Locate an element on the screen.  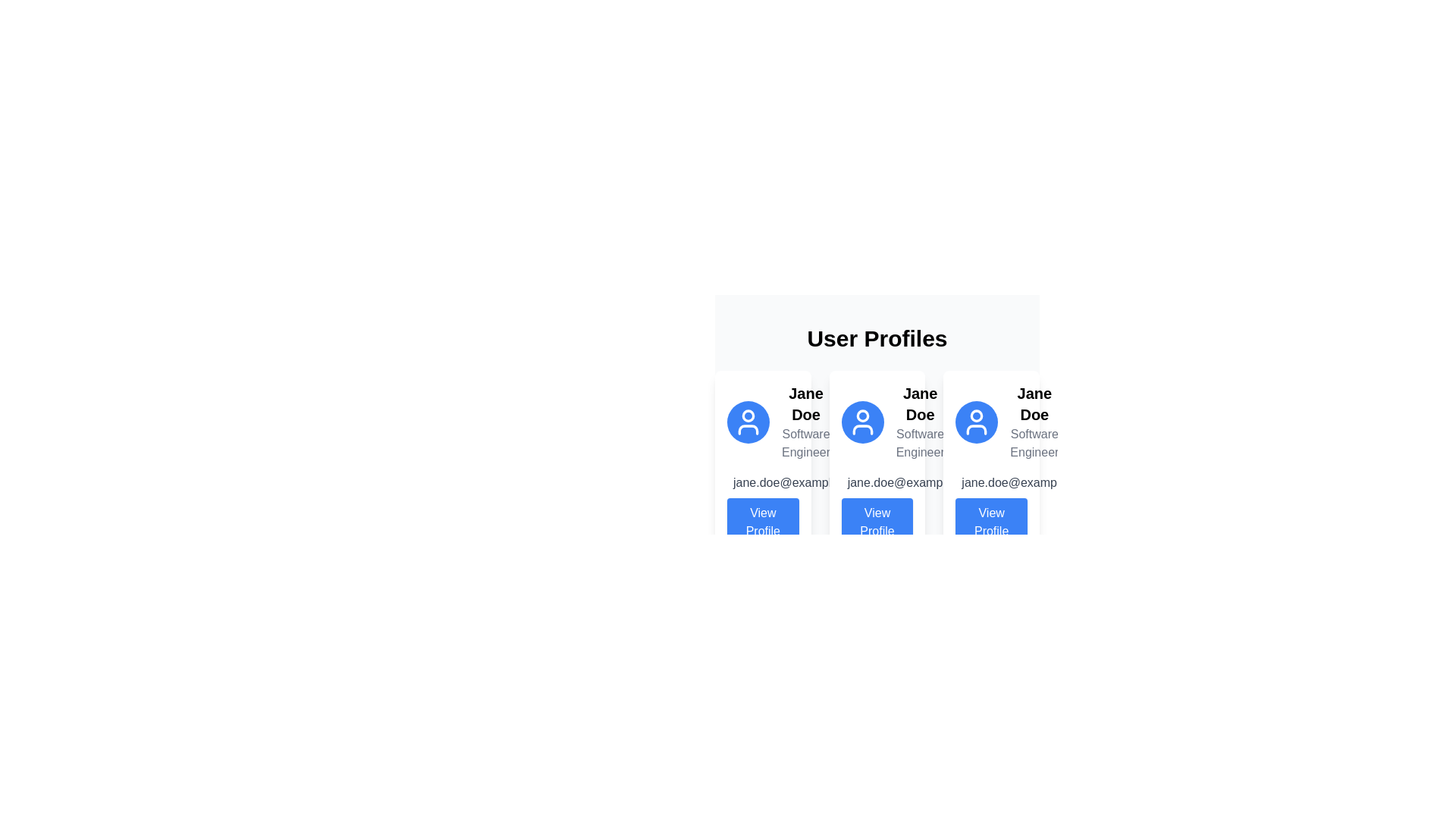
the section header text element that provides context to the user profile cards, located at the top of the interface above the user profile grid is located at coordinates (877, 338).